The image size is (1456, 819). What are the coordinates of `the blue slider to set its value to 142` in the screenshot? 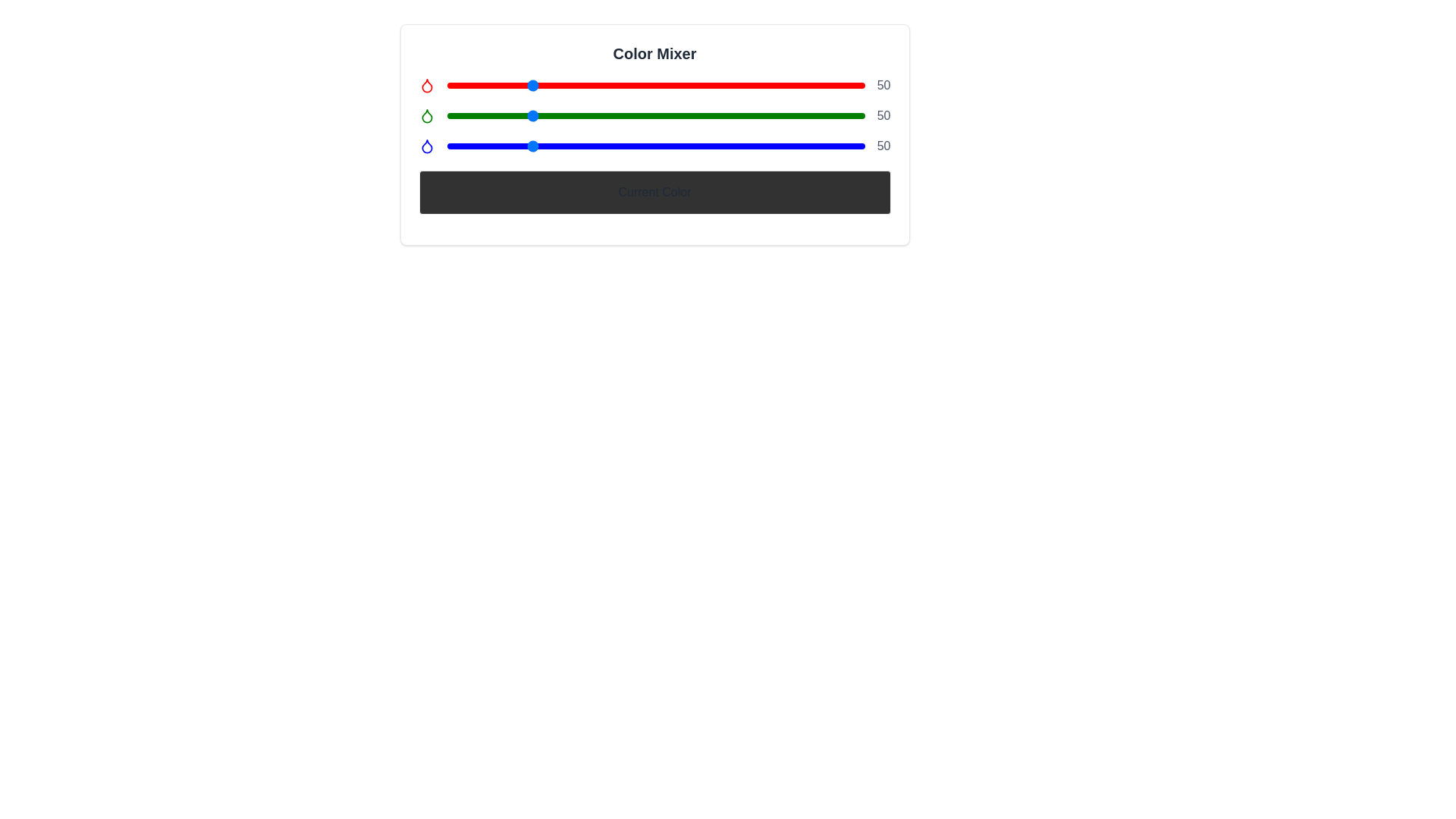 It's located at (679, 146).